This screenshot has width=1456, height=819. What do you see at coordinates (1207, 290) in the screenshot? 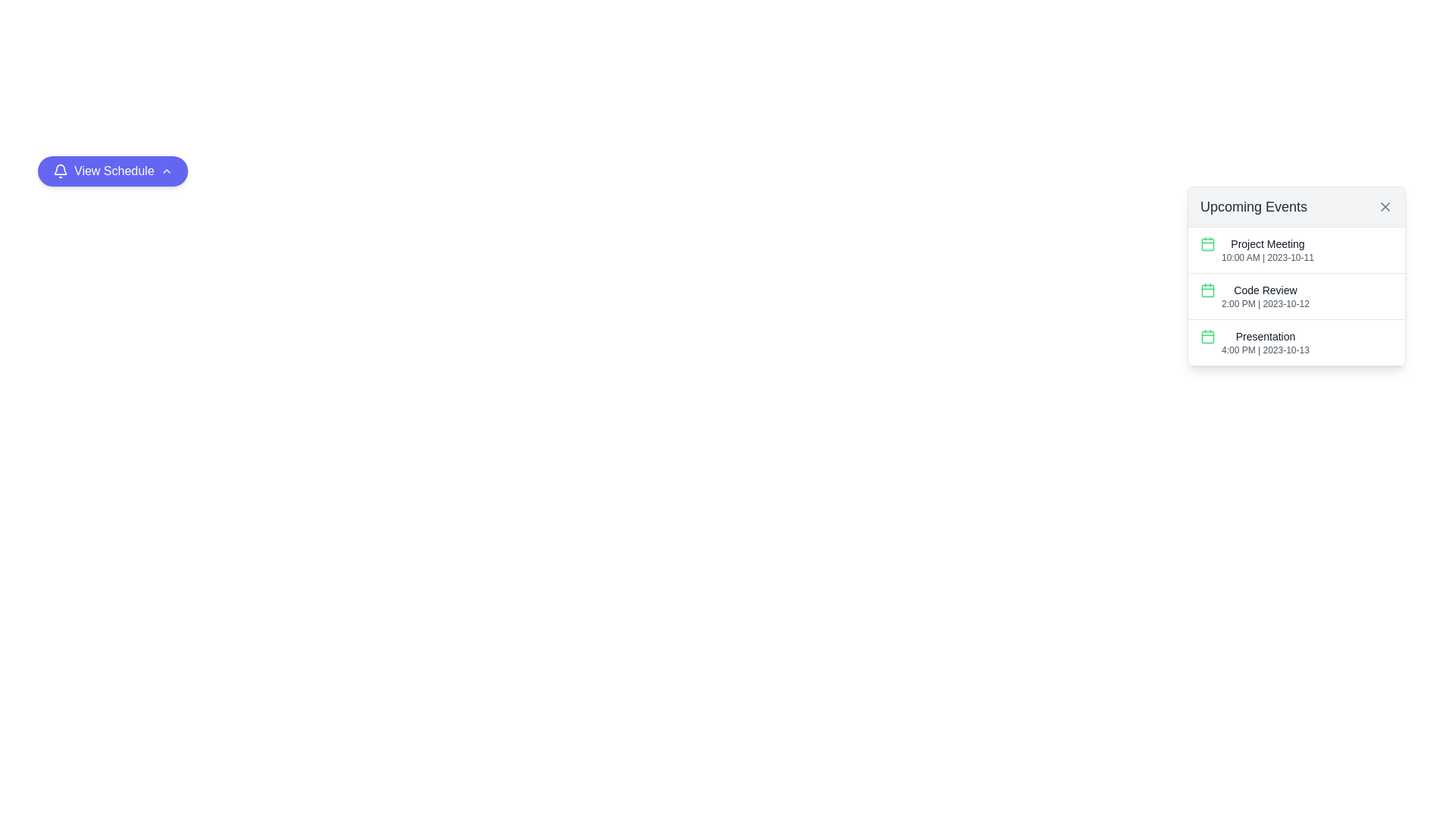
I see `the calendar icon with a green outline located to the left of the text 'Code Review' in the 'Upcoming Events' section` at bounding box center [1207, 290].